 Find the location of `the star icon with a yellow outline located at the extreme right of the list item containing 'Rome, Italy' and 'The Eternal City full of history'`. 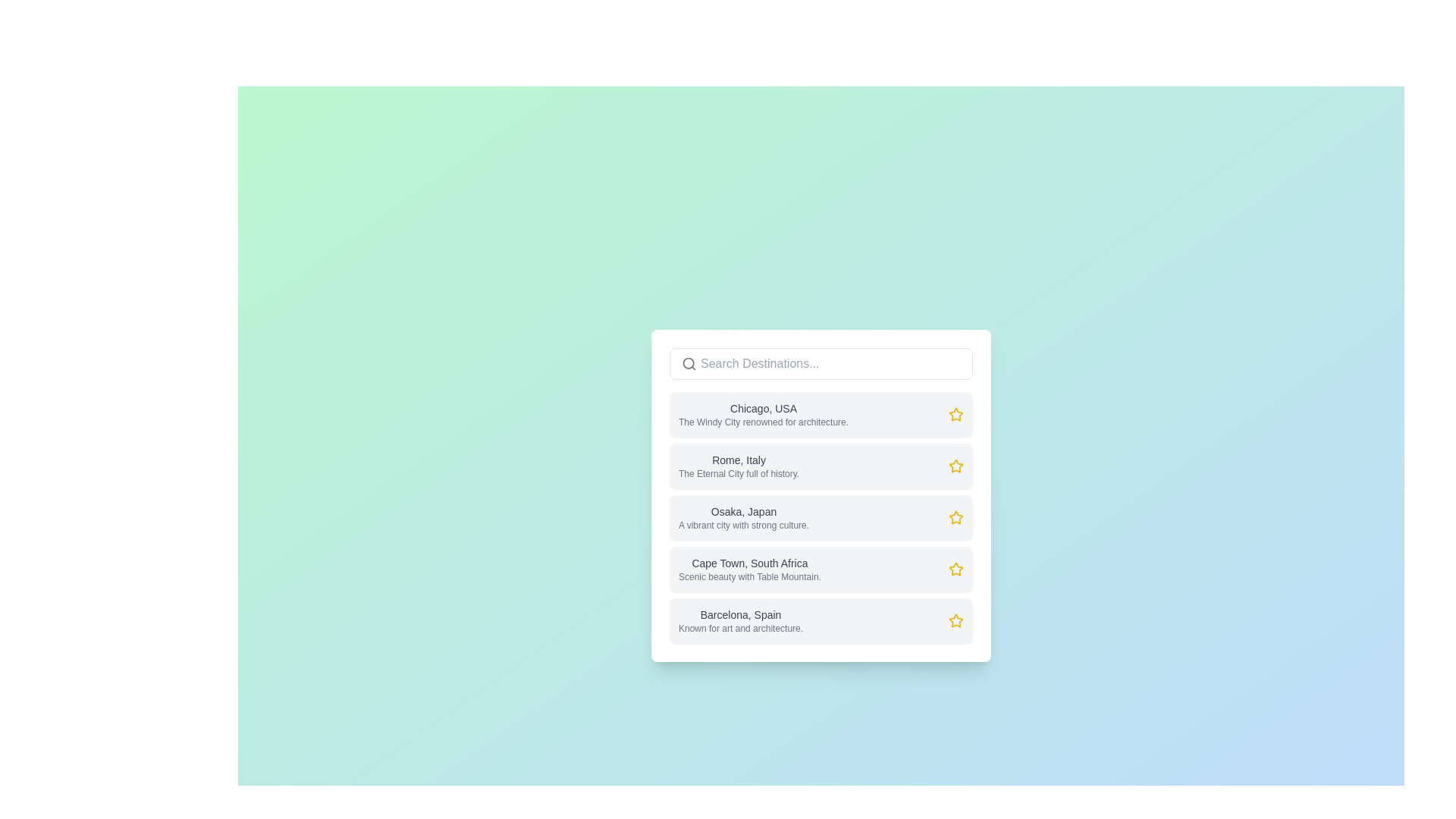

the star icon with a yellow outline located at the extreme right of the list item containing 'Rome, Italy' and 'The Eternal City full of history' is located at coordinates (955, 465).